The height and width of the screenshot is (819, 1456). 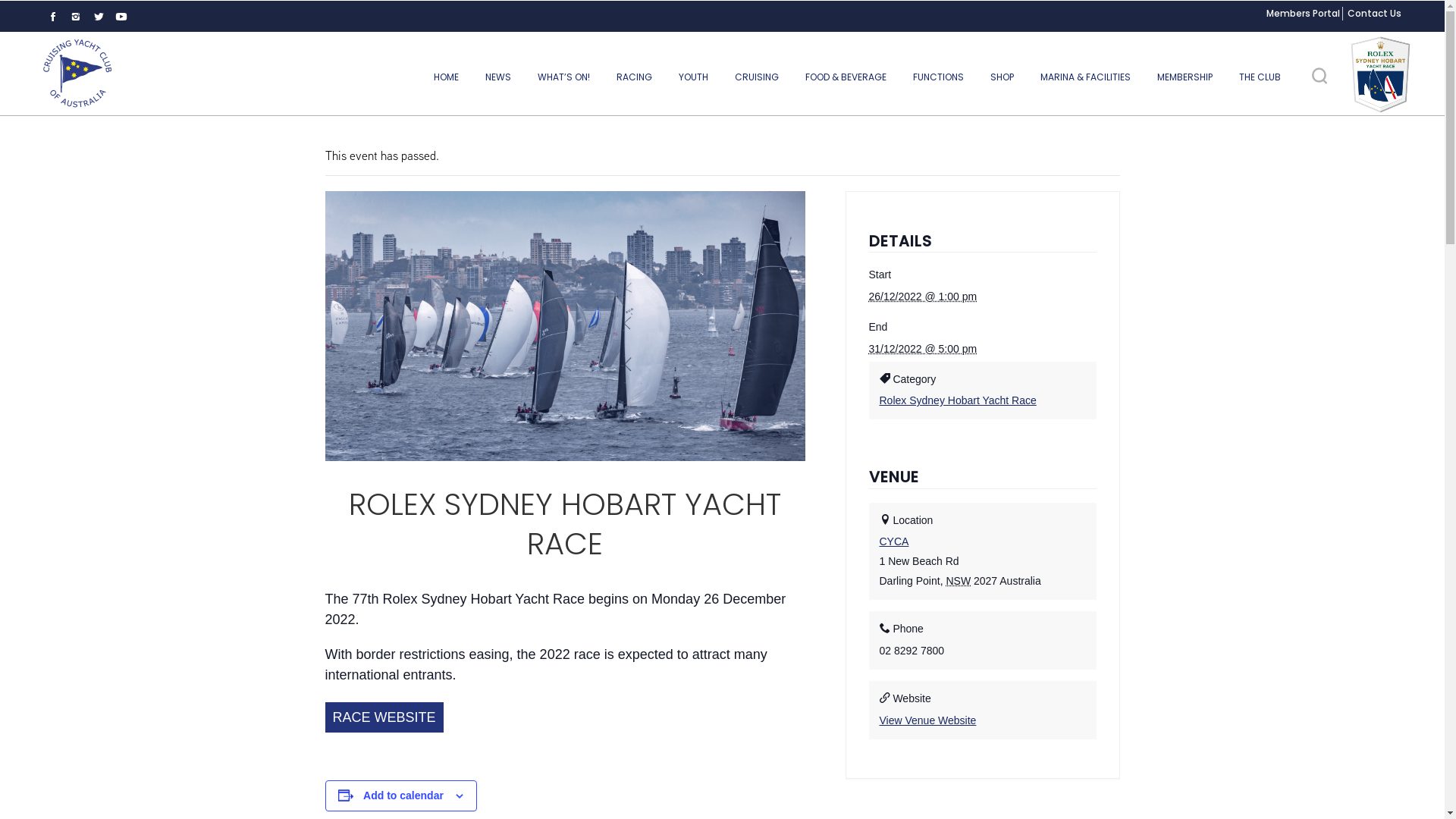 I want to click on 'HOME', so click(x=445, y=77).